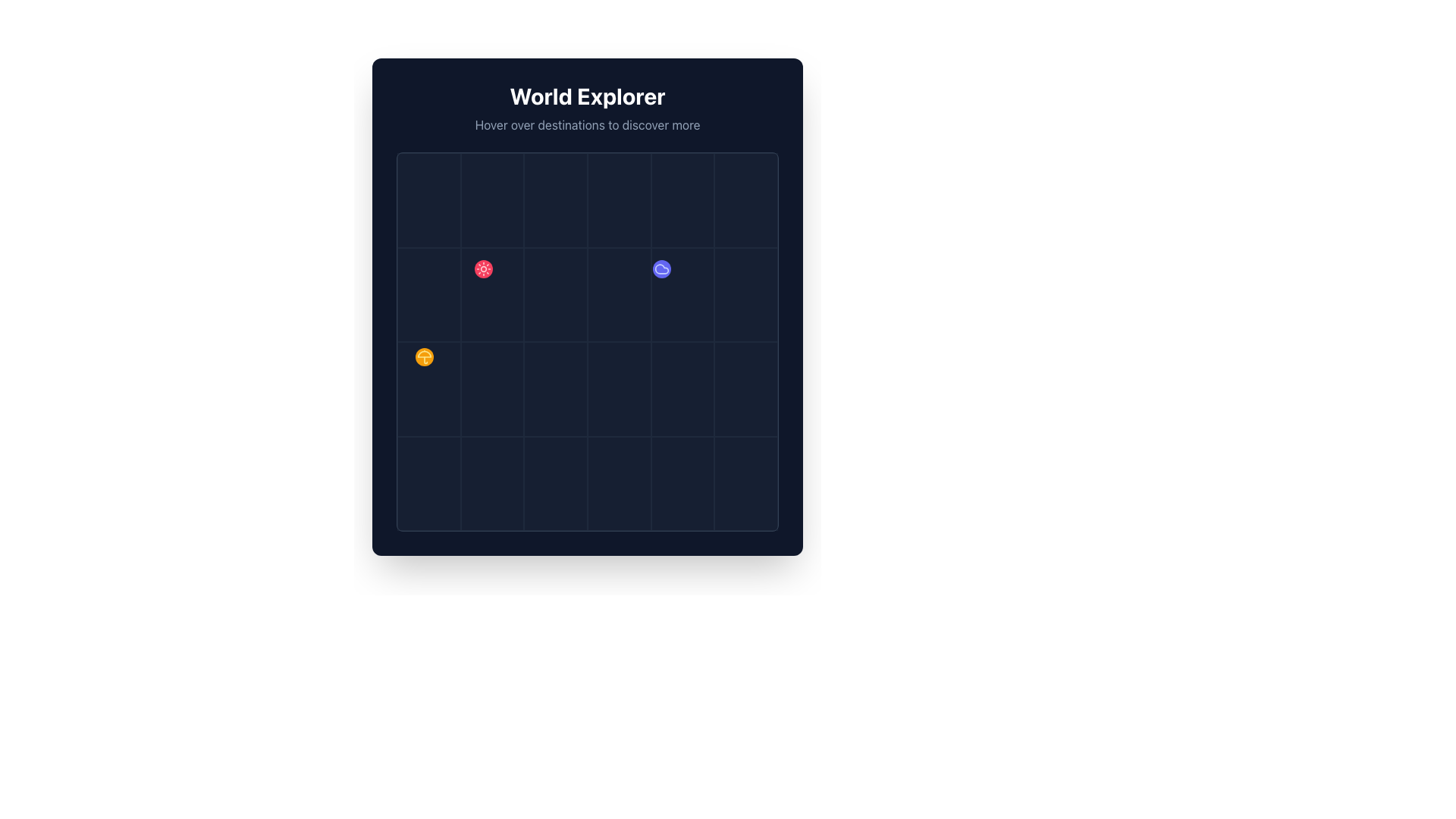  I want to click on the light purple cloud icon centered within the circular button with a darker blue background, so click(662, 268).